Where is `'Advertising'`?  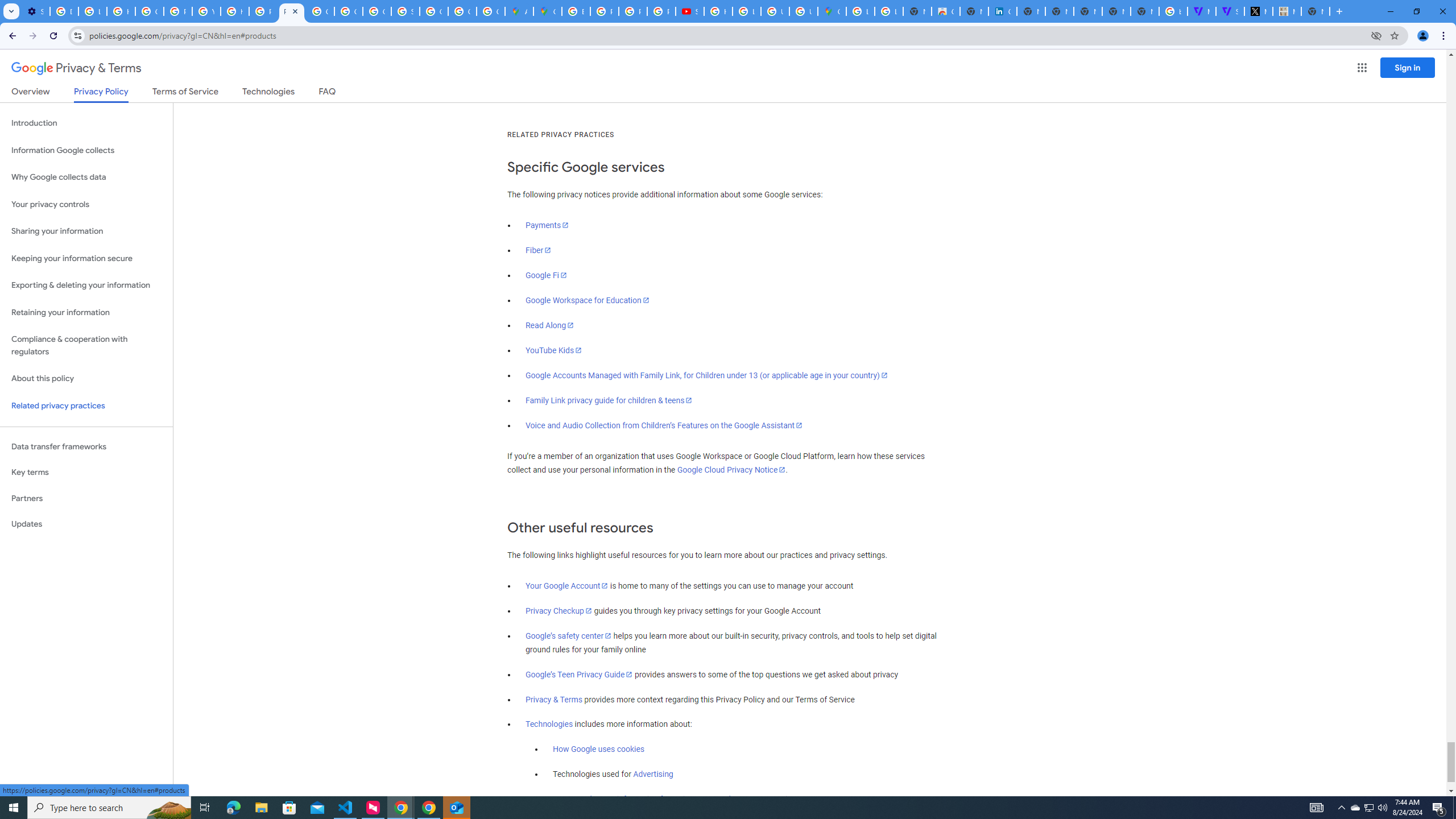
'Advertising' is located at coordinates (652, 775).